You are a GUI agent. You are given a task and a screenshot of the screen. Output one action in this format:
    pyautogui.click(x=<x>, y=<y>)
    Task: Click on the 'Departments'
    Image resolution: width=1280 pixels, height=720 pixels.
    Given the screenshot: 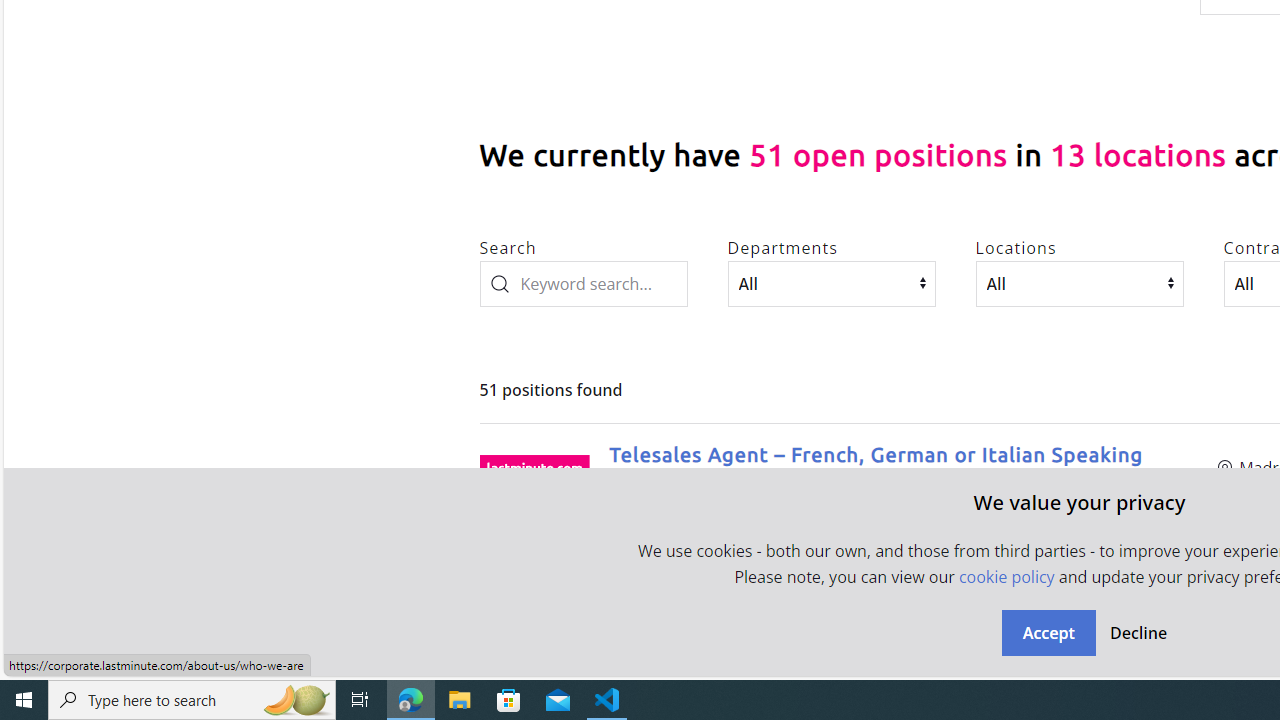 What is the action you would take?
    pyautogui.click(x=831, y=283)
    